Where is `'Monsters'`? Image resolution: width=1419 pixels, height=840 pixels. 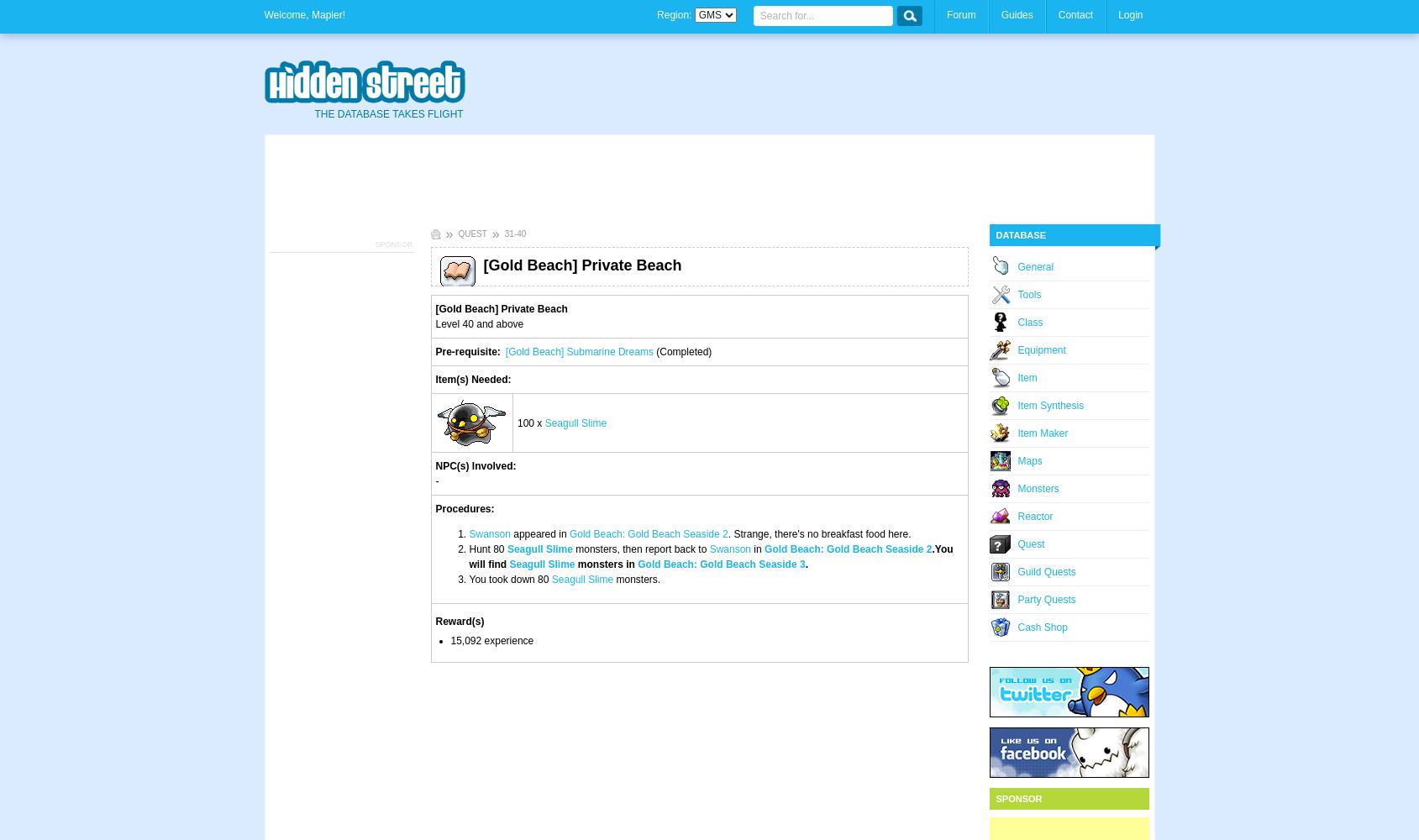 'Monsters' is located at coordinates (1038, 488).